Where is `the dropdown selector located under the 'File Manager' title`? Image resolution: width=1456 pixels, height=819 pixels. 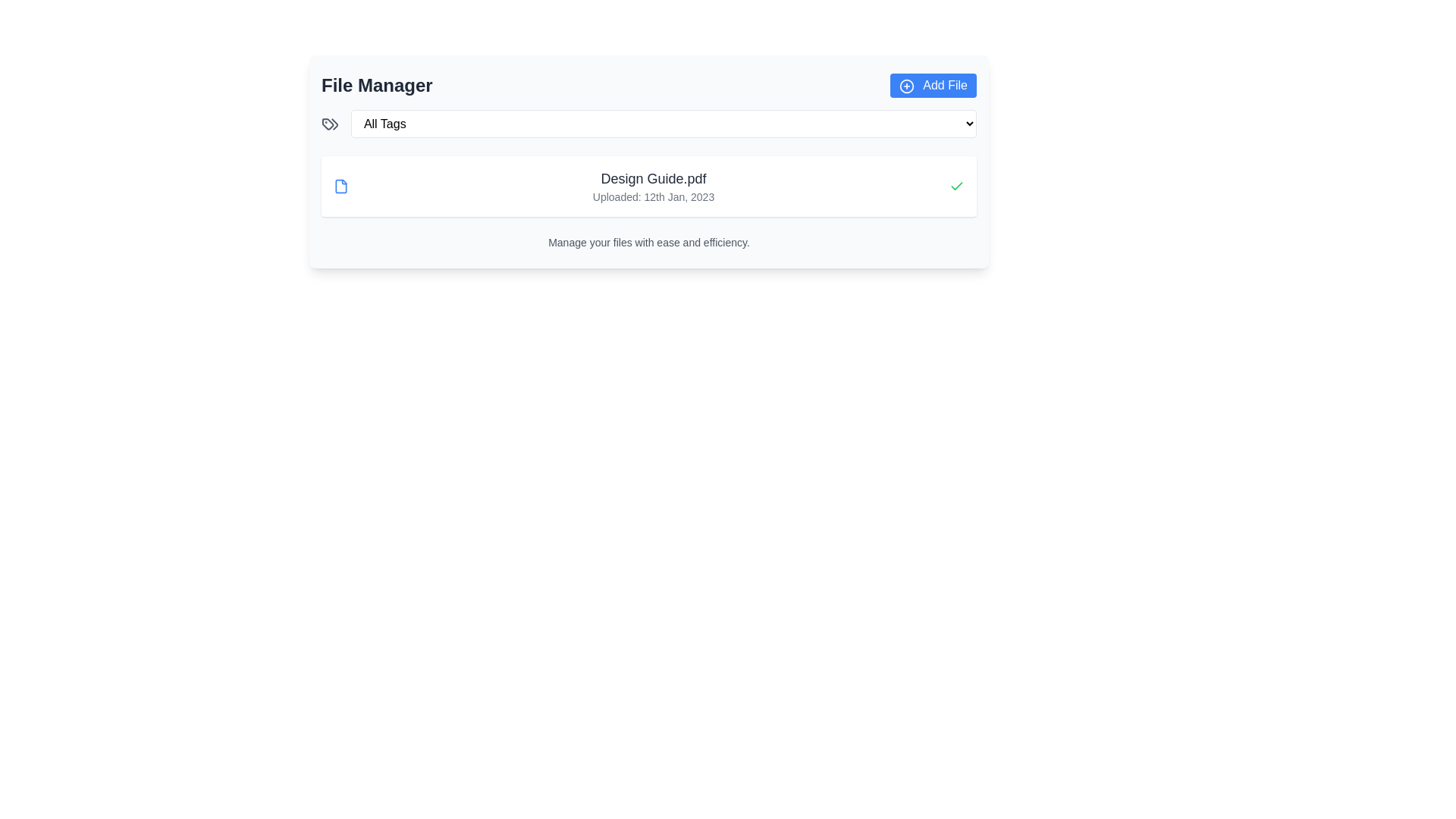 the dropdown selector located under the 'File Manager' title is located at coordinates (663, 122).